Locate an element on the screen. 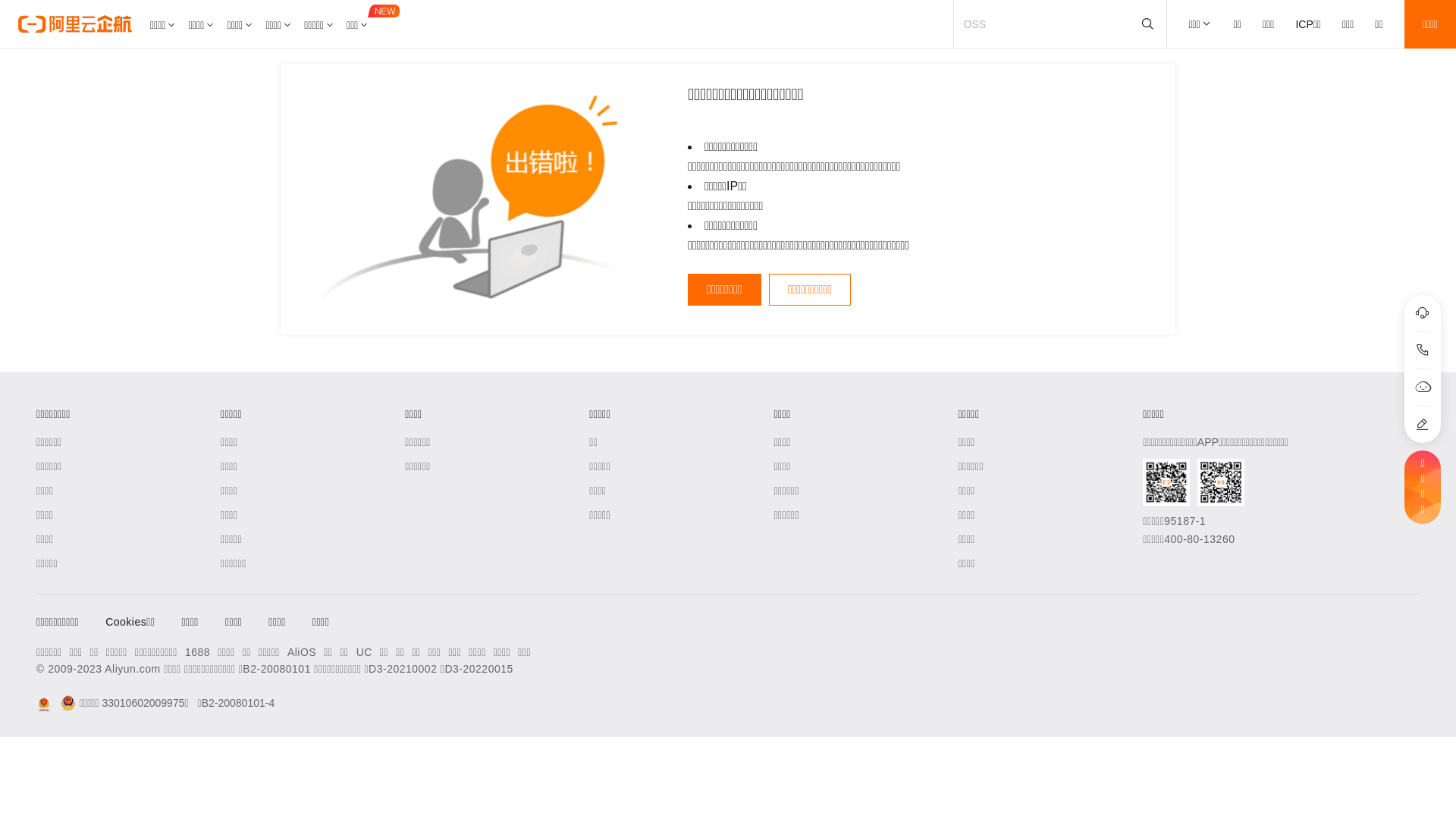  'UC' is located at coordinates (364, 651).